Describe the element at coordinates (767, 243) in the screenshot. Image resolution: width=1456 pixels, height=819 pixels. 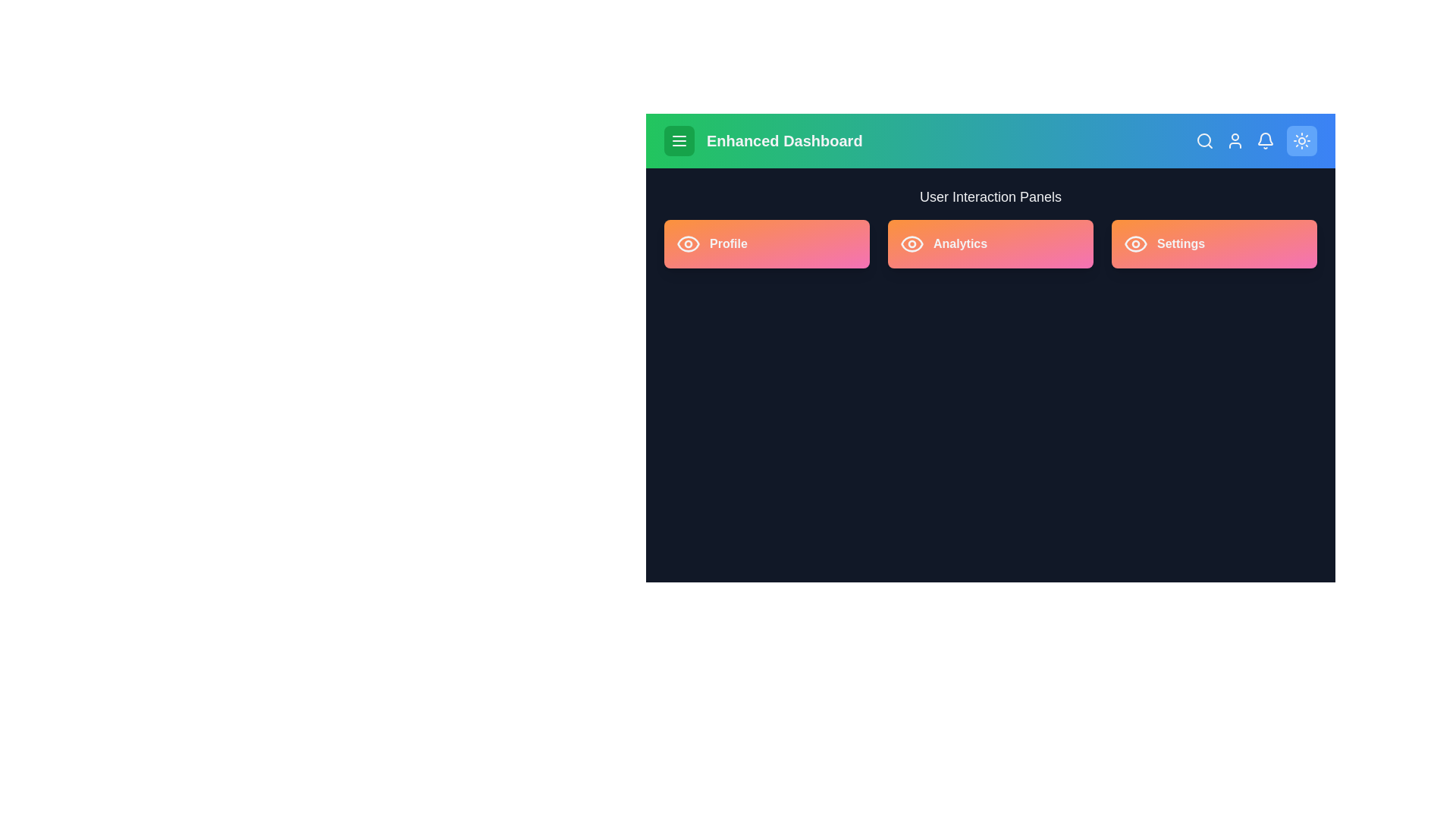
I see `the 'Profile' panel to interact with it` at that location.